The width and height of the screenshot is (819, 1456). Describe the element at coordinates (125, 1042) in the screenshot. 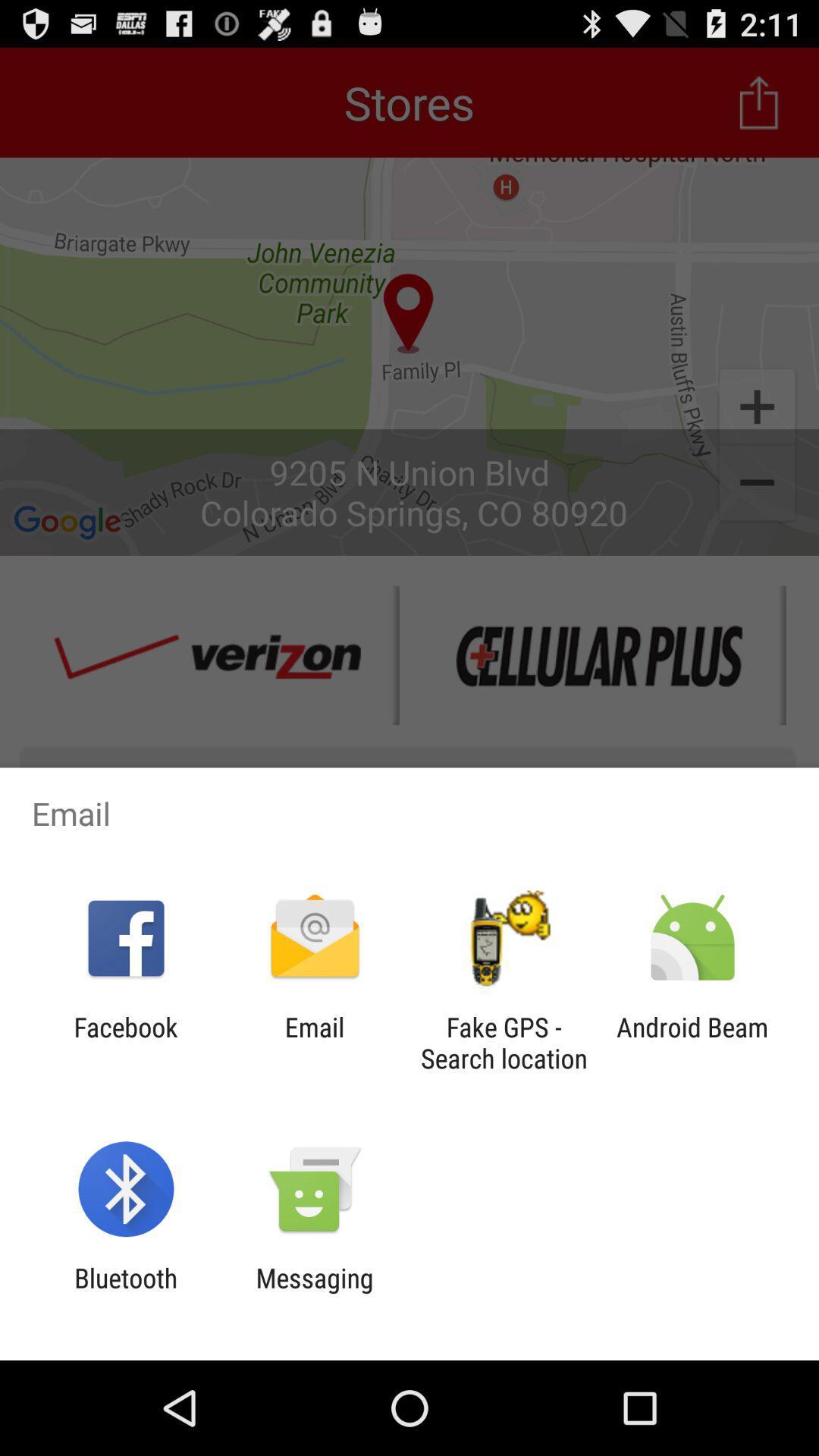

I see `the facebook app` at that location.